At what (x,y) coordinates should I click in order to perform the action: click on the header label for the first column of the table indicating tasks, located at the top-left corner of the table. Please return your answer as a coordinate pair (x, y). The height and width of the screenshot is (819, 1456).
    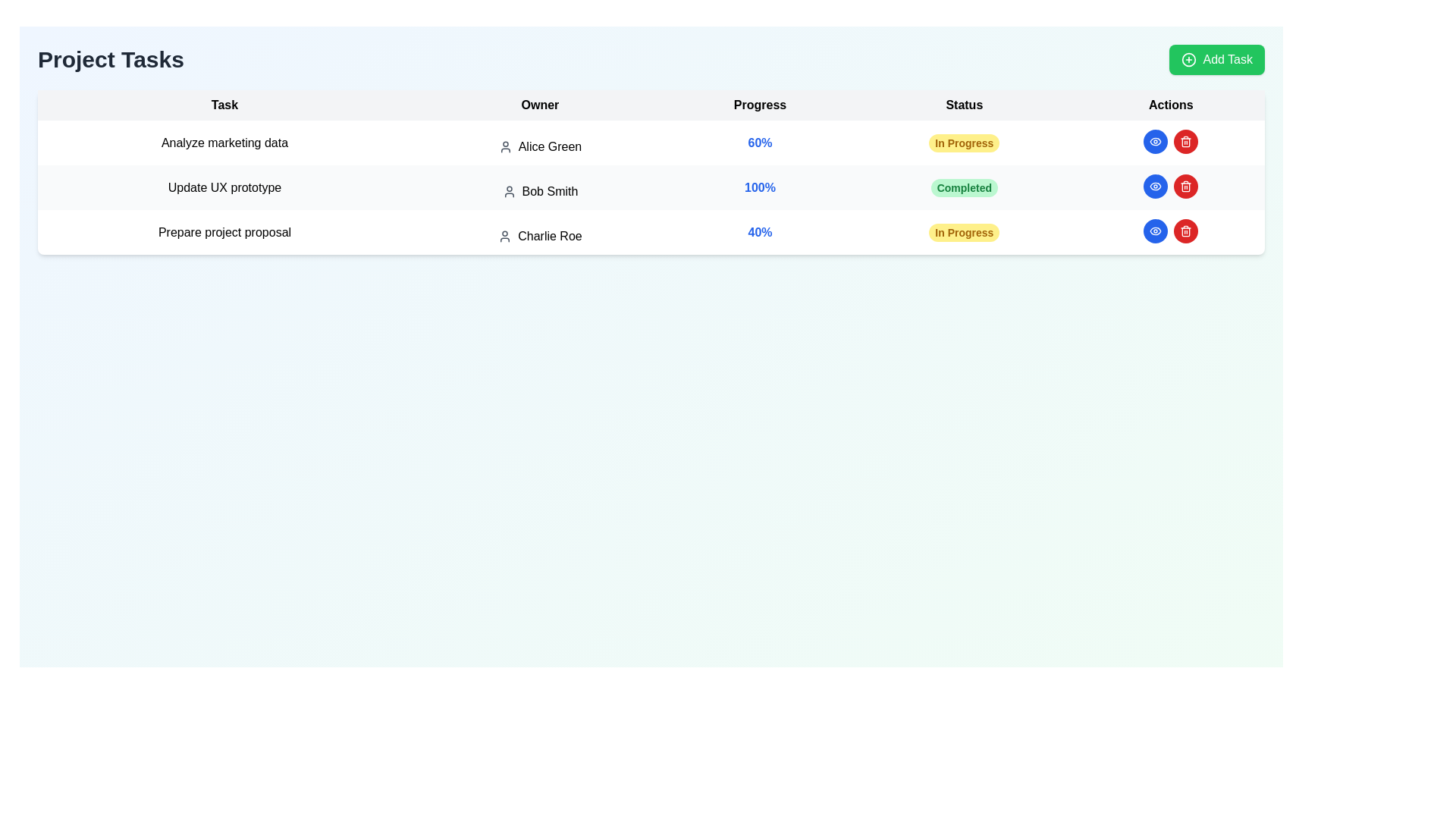
    Looking at the image, I should click on (224, 104).